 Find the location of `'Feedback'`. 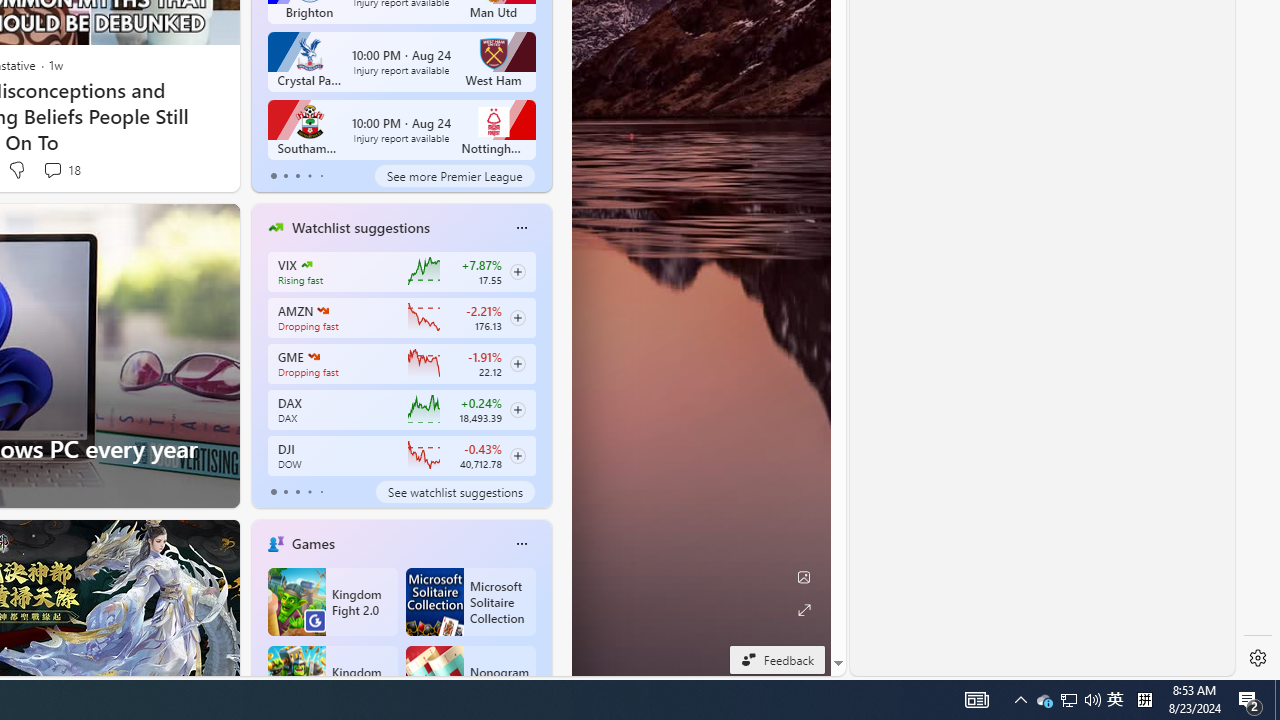

'Feedback' is located at coordinates (776, 659).